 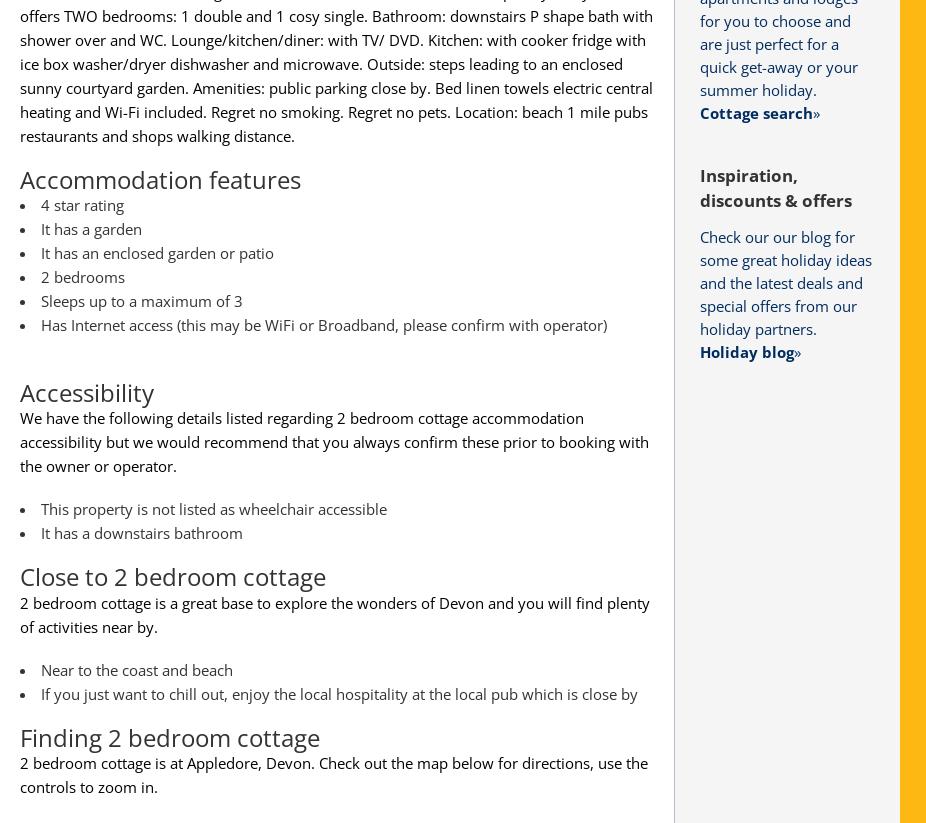 I want to click on 'We have the following details listed regarding 2 bedroom cottage accommodation accessibility but we would recommend that you always confirm these prior to booking with the owner or operator.', so click(x=334, y=442).